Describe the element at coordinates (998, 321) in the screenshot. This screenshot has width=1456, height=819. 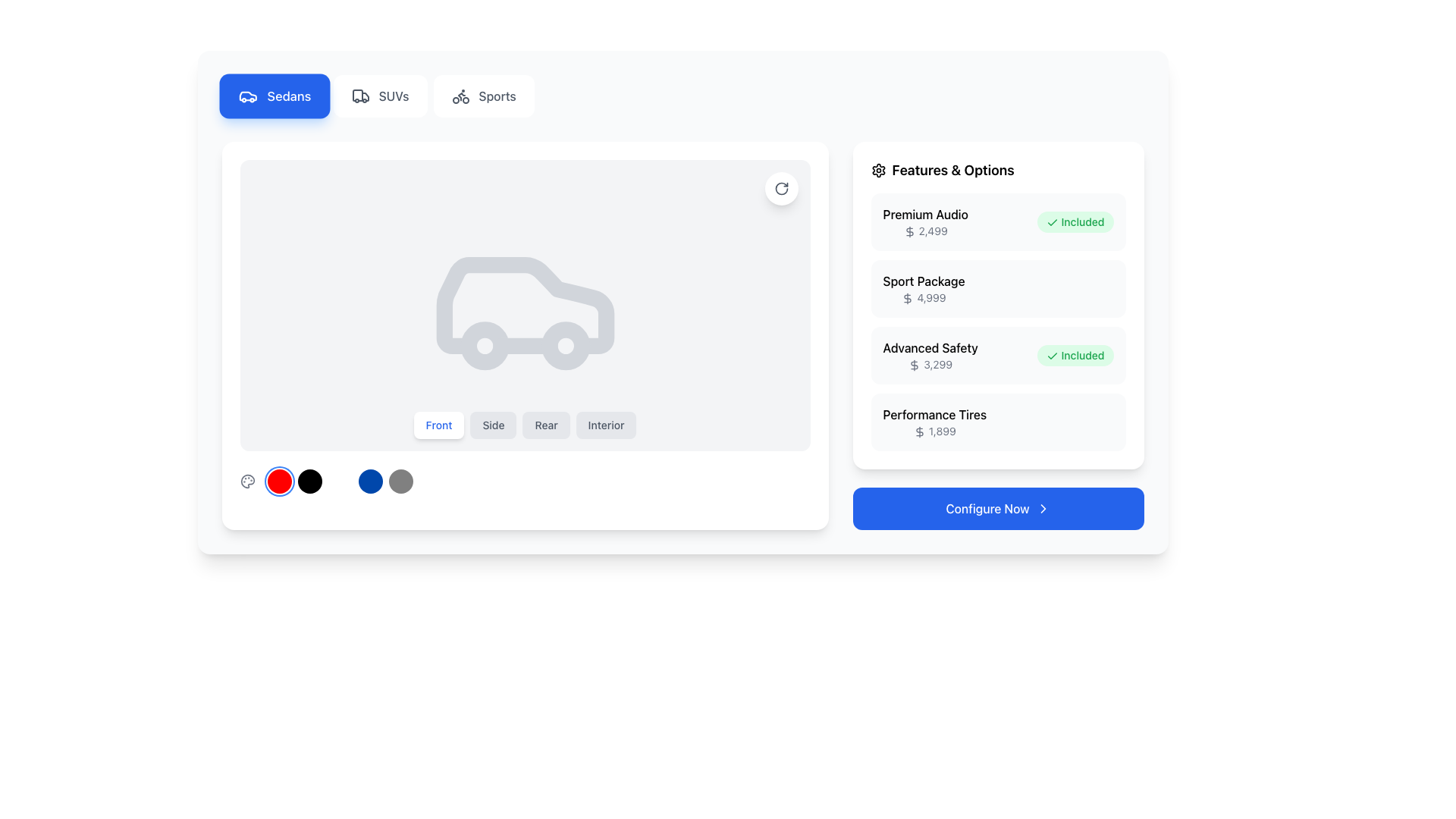
I see `the 'Advanced Safety' feature row in the 'Features & Options' section` at that location.